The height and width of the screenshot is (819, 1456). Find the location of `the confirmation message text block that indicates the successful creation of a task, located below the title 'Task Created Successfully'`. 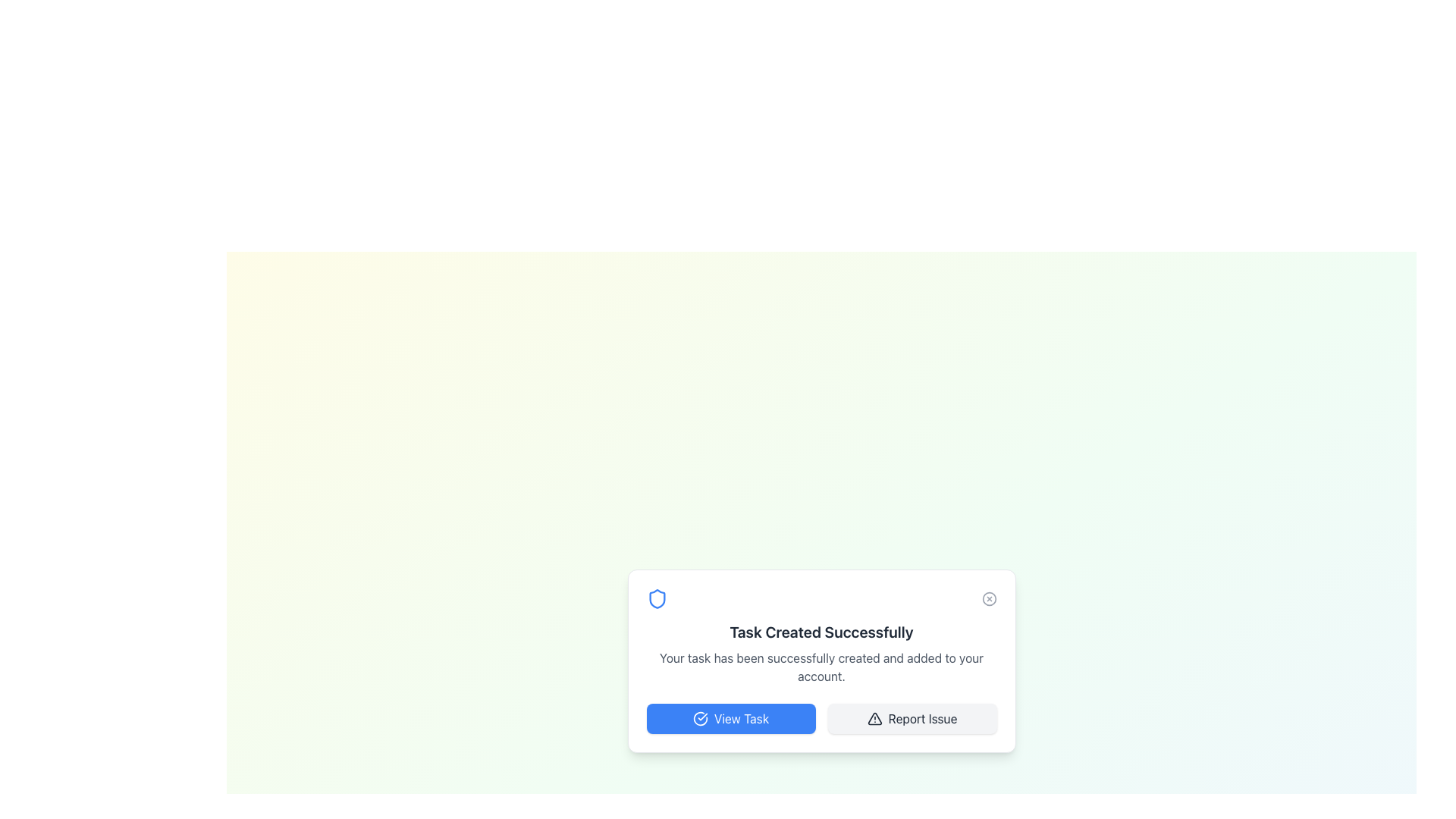

the confirmation message text block that indicates the successful creation of a task, located below the title 'Task Created Successfully' is located at coordinates (821, 666).